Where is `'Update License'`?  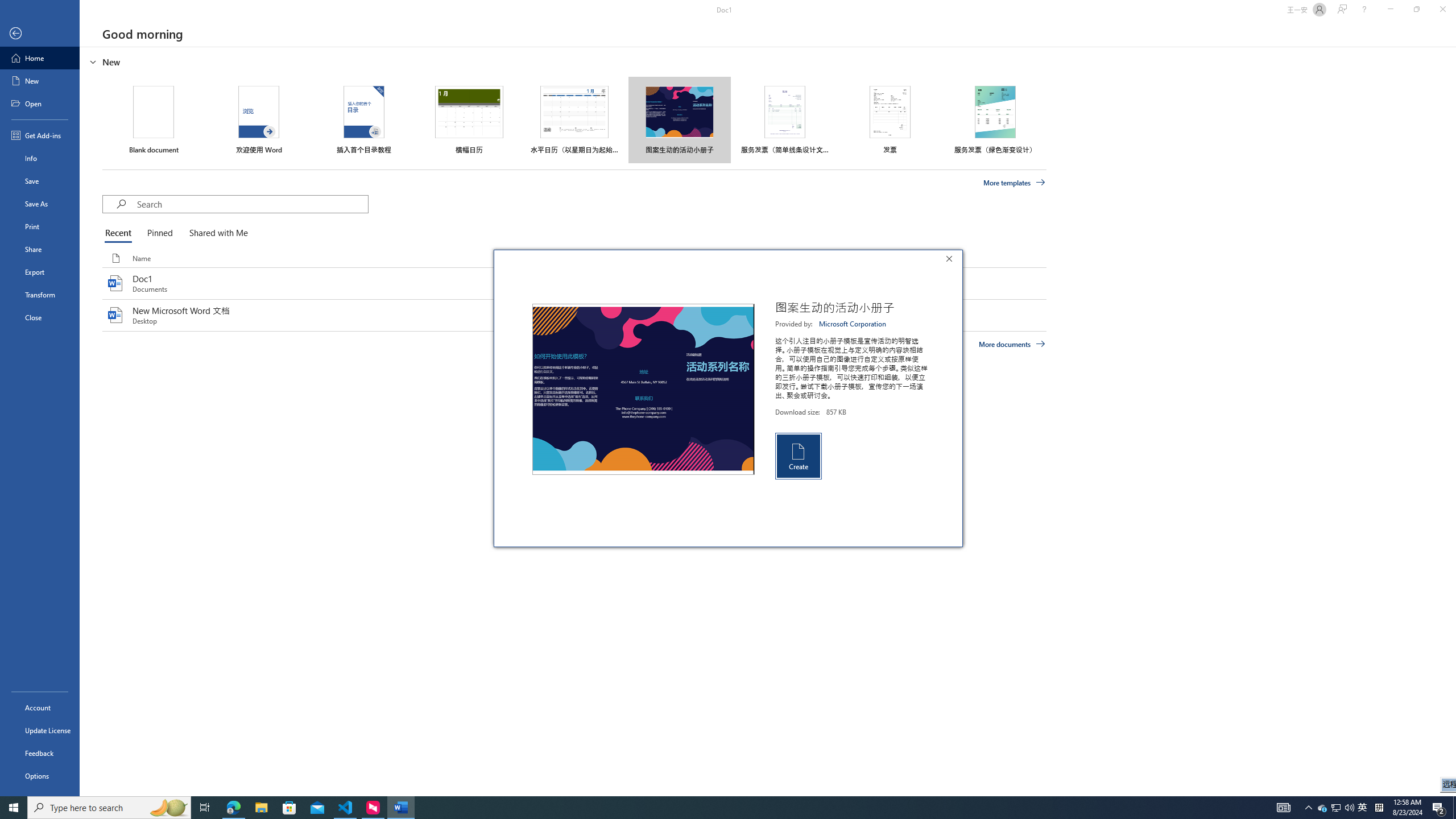
'Update License' is located at coordinates (39, 730).